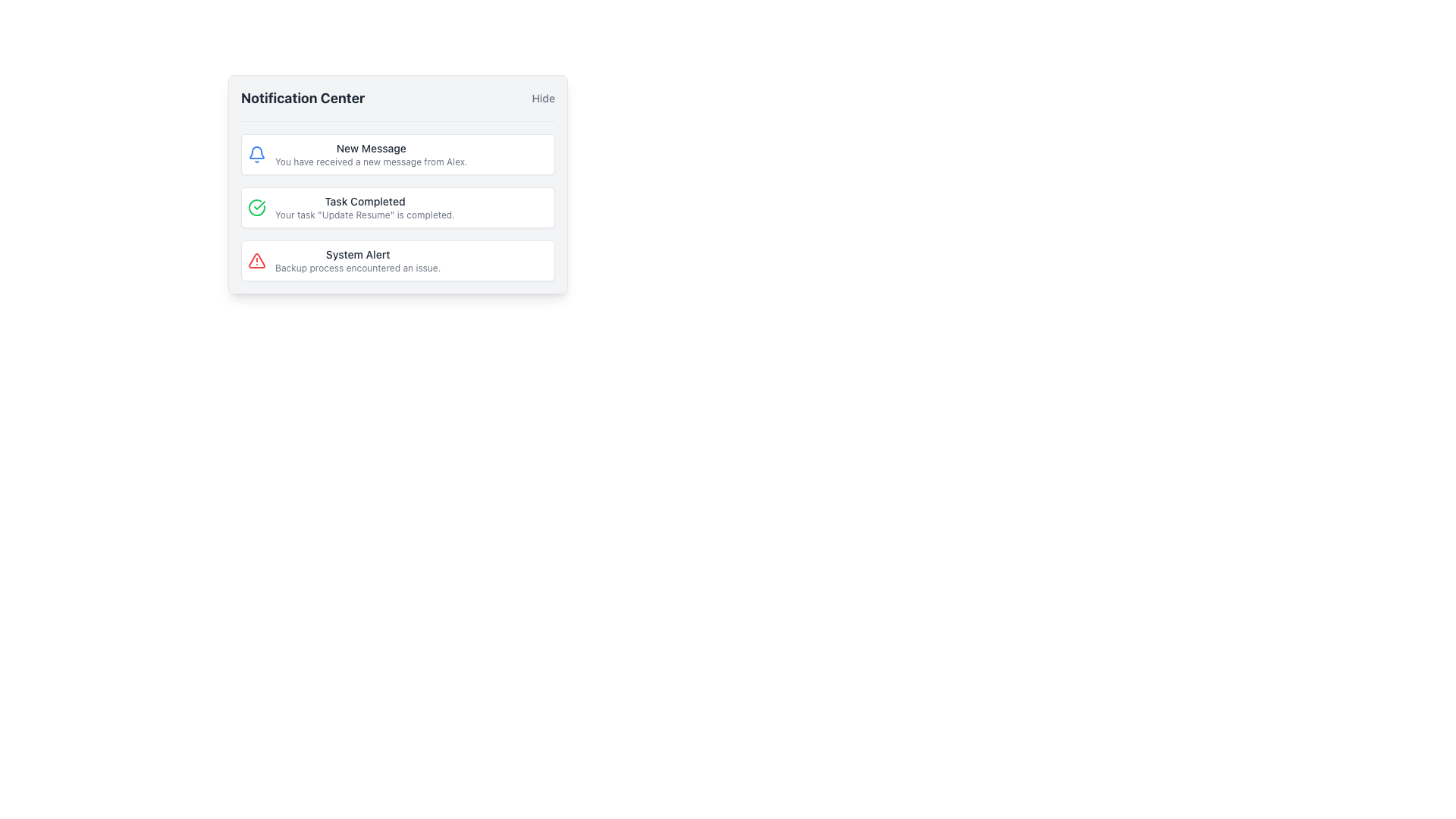 This screenshot has width=1456, height=819. I want to click on notification message stating 'Your task "Update Resume" is completed.' which is located within the 'Task Completed' notification card, so click(365, 215).